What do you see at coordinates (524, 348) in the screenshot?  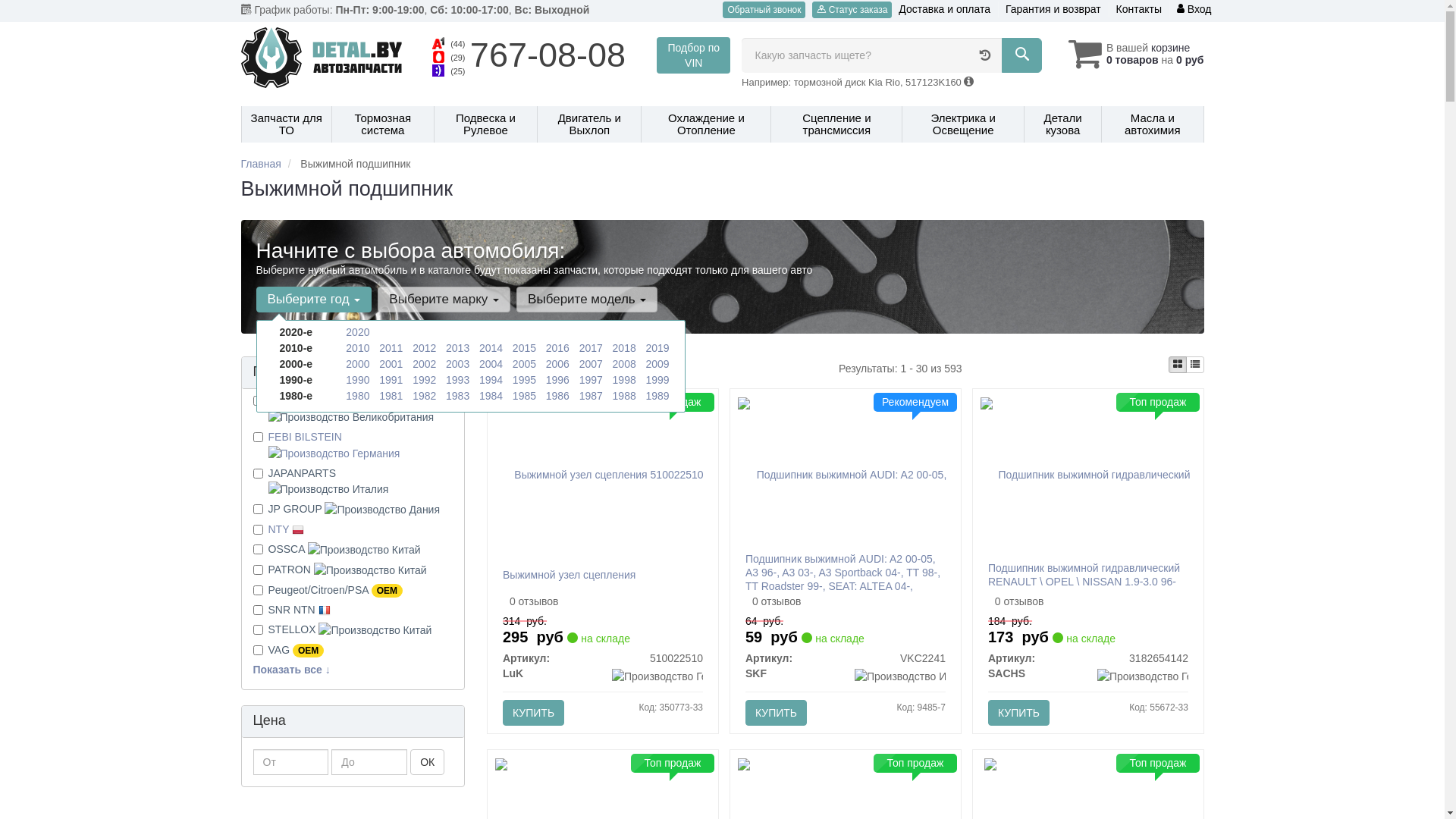 I see `'2015'` at bounding box center [524, 348].